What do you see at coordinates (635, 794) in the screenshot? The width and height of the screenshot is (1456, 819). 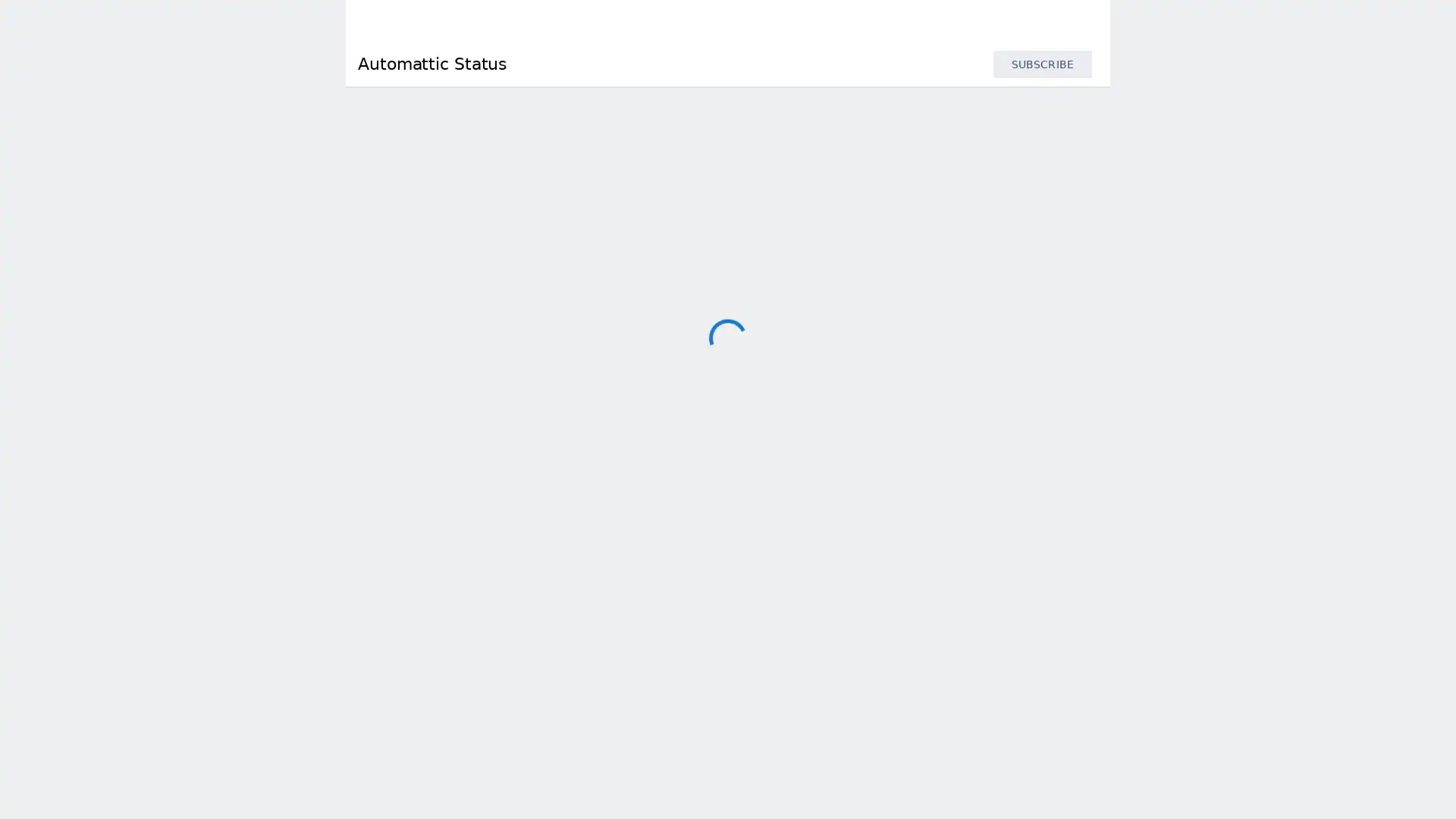 I see `Tumblr API Response Time : 121 ms` at bounding box center [635, 794].